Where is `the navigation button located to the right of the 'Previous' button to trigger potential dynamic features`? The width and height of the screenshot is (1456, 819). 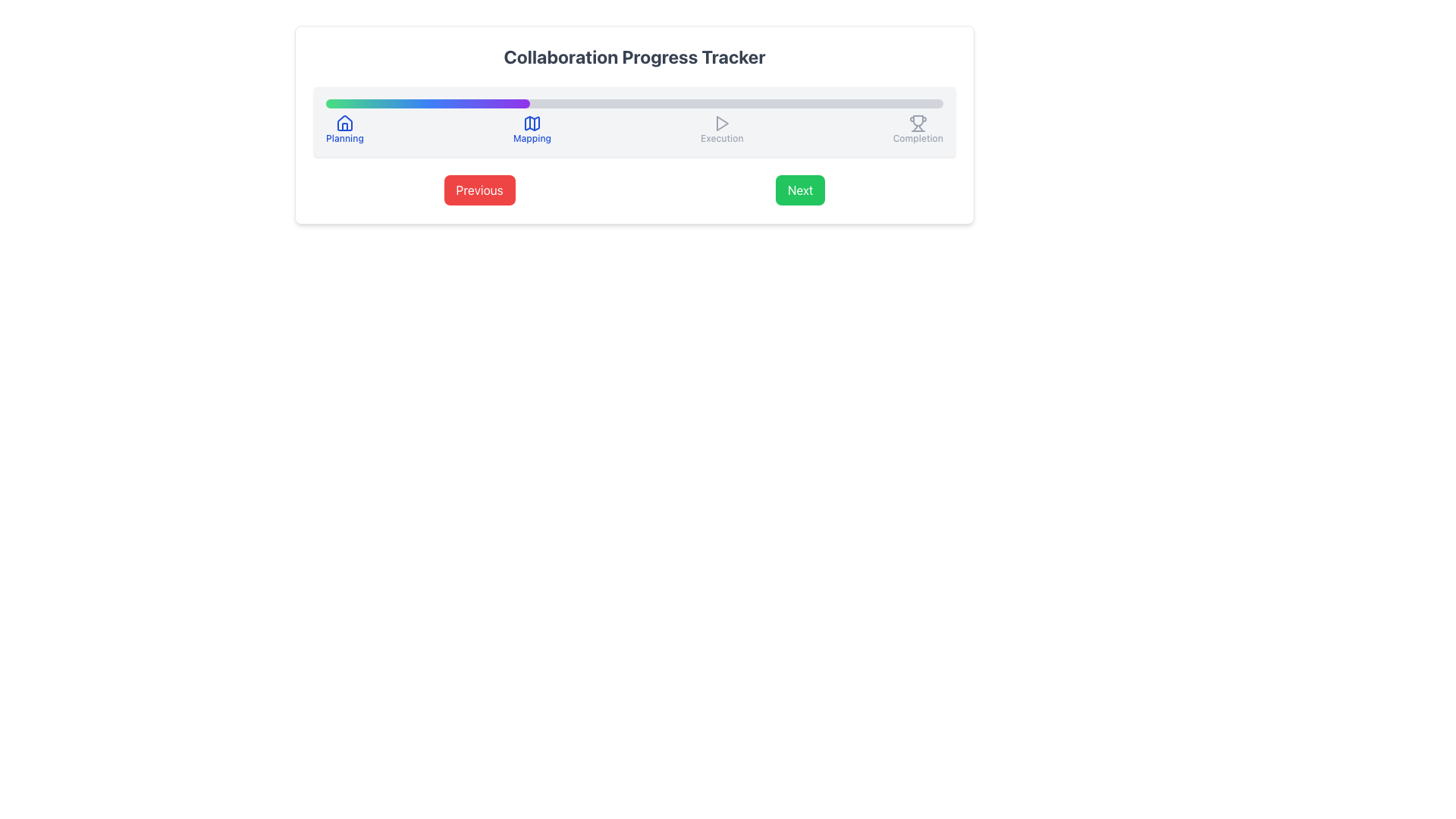
the navigation button located to the right of the 'Previous' button to trigger potential dynamic features is located at coordinates (799, 189).